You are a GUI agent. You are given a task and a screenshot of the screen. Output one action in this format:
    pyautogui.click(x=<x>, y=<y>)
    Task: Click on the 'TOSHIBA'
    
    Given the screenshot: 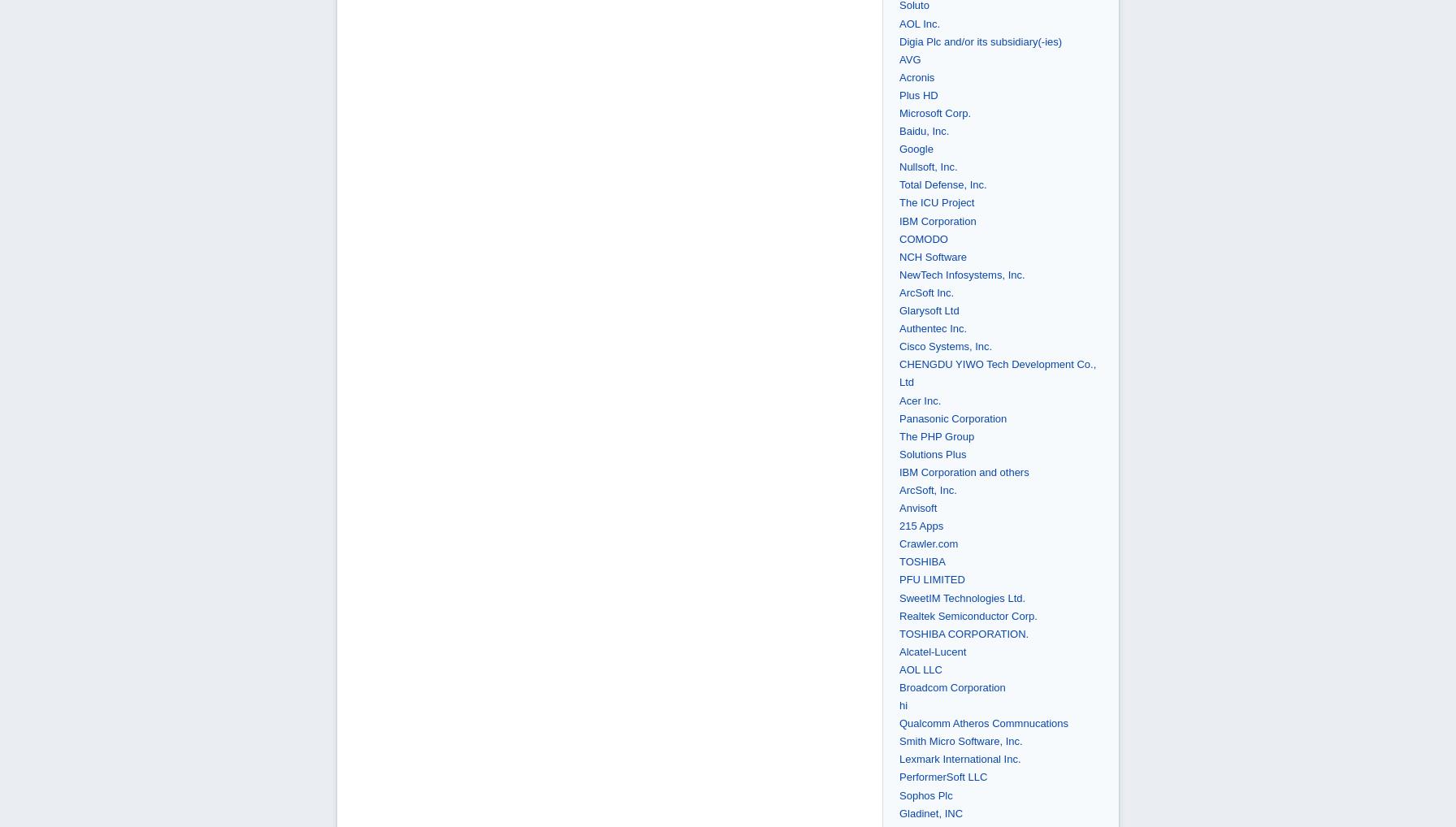 What is the action you would take?
    pyautogui.click(x=922, y=561)
    